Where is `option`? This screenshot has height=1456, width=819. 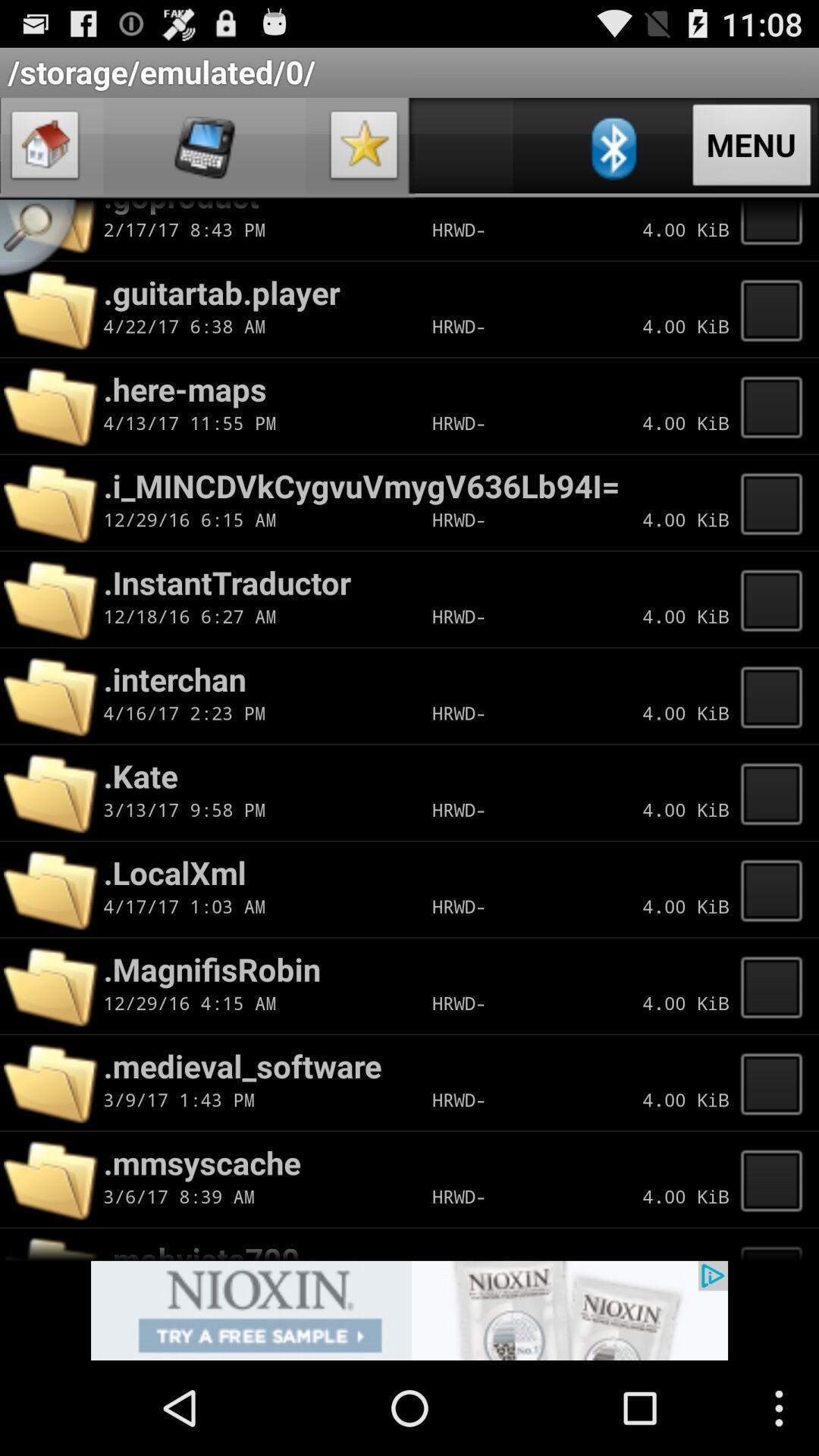
option is located at coordinates (364, 149).